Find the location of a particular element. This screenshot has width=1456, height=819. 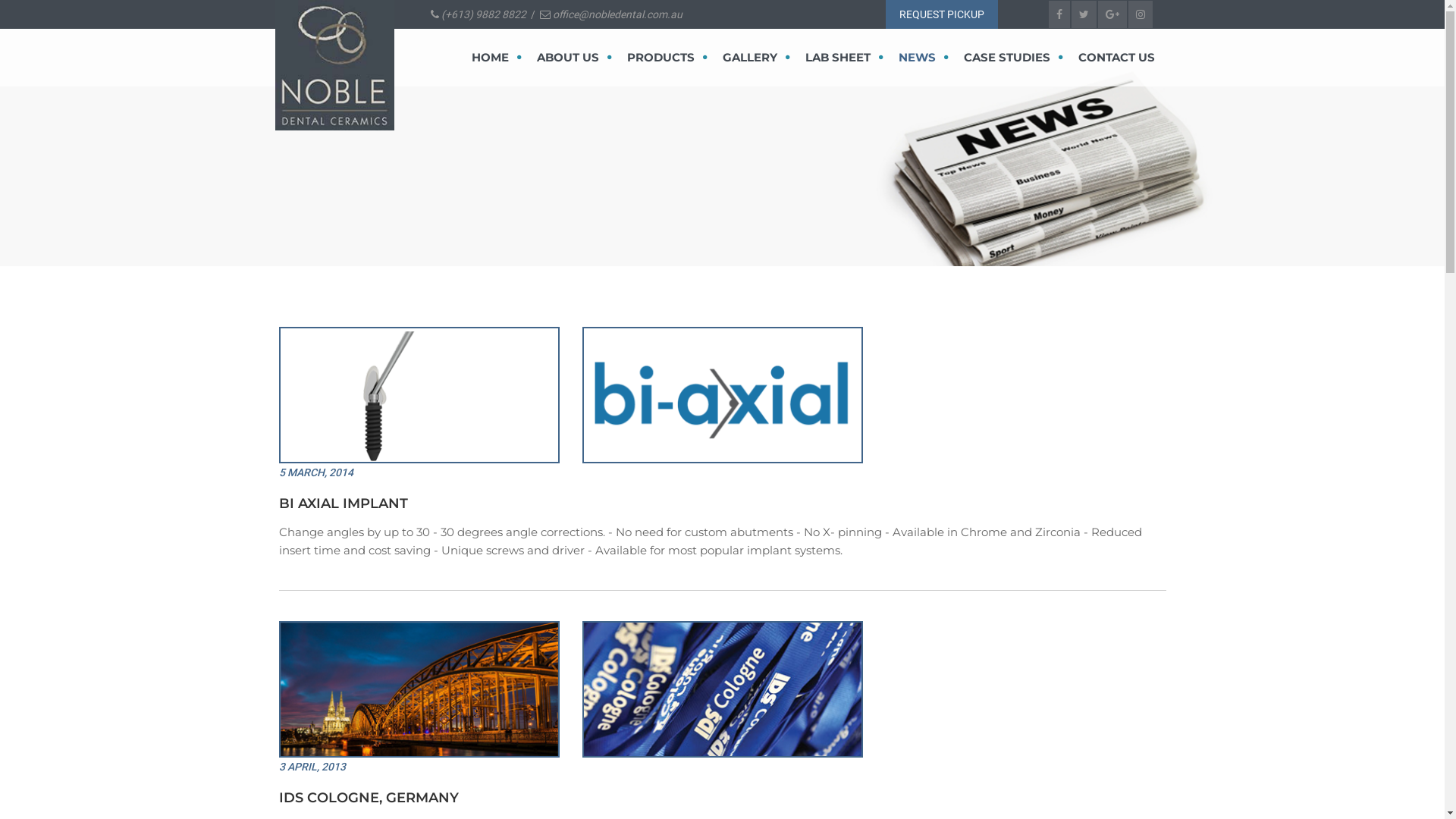

'CONTACT US' is located at coordinates (1112, 57).